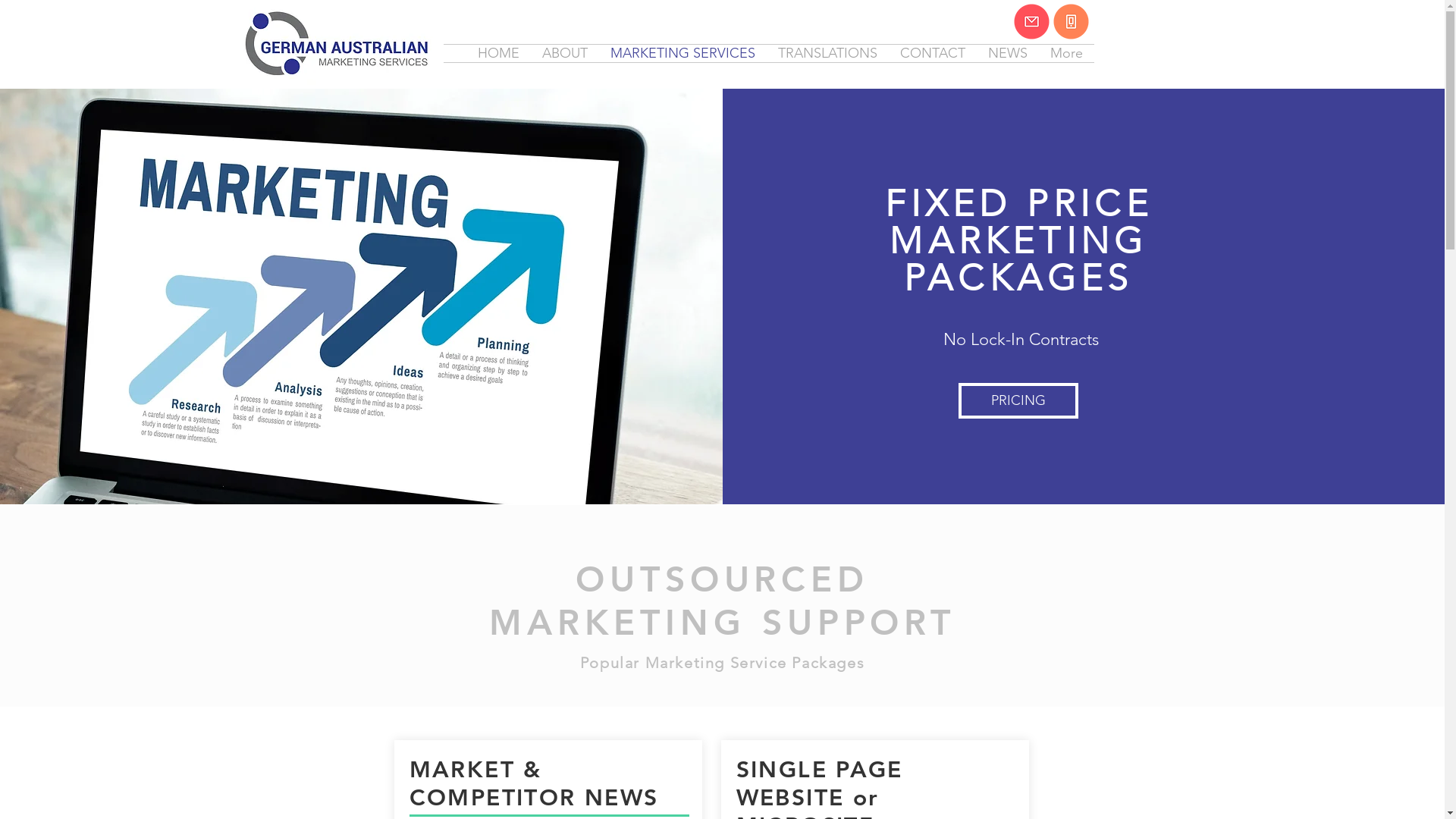 This screenshot has height=819, width=1456. Describe the element at coordinates (957, 400) in the screenshot. I see `'PRICING'` at that location.